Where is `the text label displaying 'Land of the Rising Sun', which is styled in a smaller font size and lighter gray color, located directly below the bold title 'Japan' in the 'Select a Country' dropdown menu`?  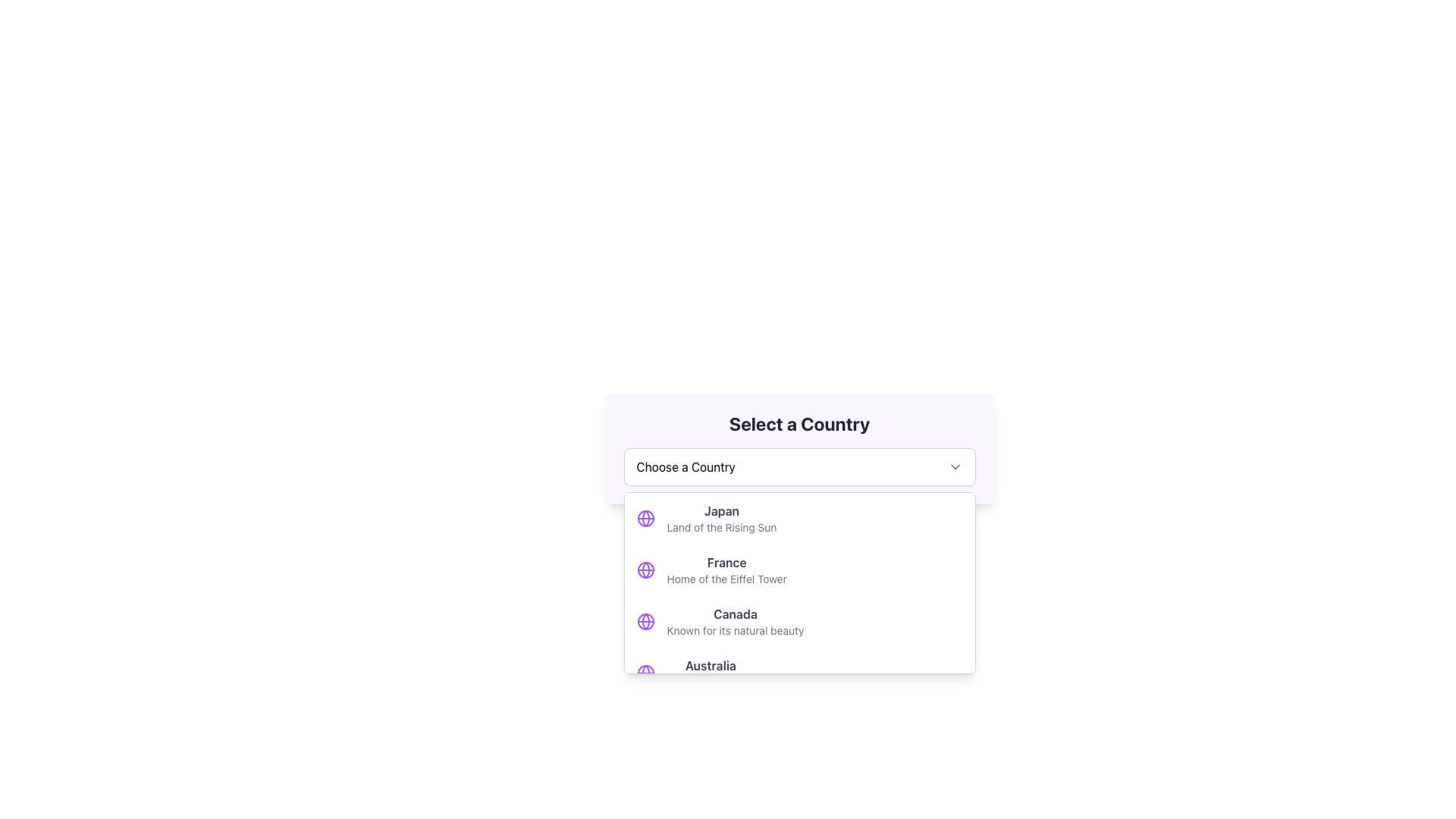
the text label displaying 'Land of the Rising Sun', which is styled in a smaller font size and lighter gray color, located directly below the bold title 'Japan' in the 'Select a Country' dropdown menu is located at coordinates (720, 526).